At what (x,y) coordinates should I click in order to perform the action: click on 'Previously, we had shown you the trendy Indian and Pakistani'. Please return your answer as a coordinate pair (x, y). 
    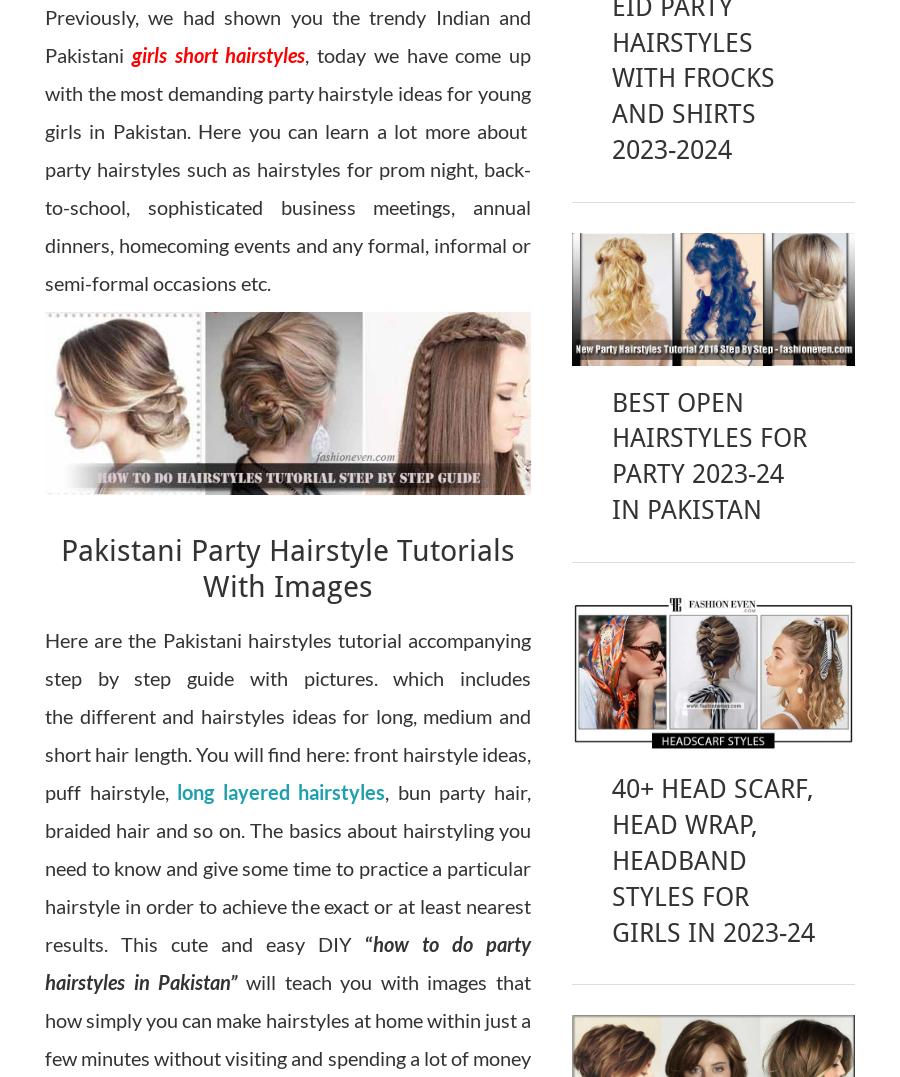
    Looking at the image, I should click on (287, 34).